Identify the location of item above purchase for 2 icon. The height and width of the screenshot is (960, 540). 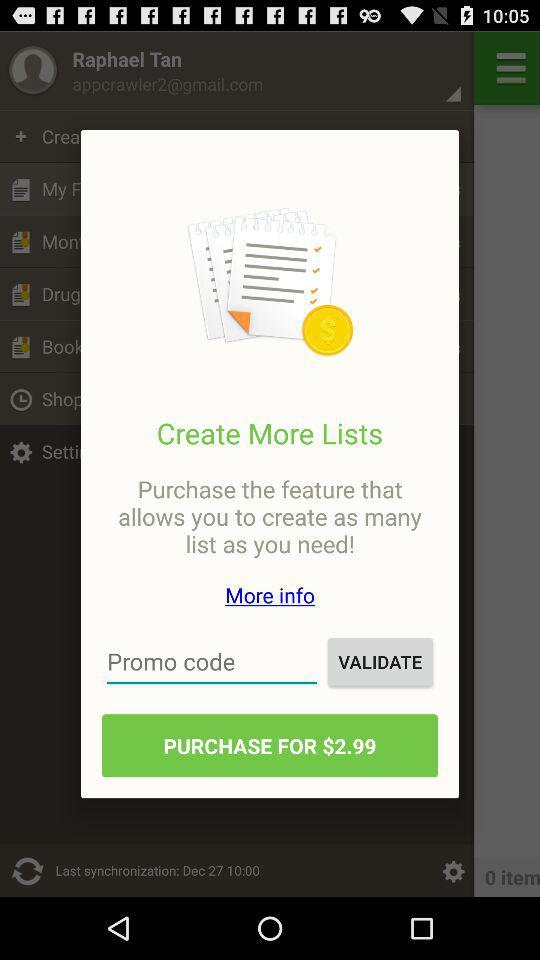
(211, 661).